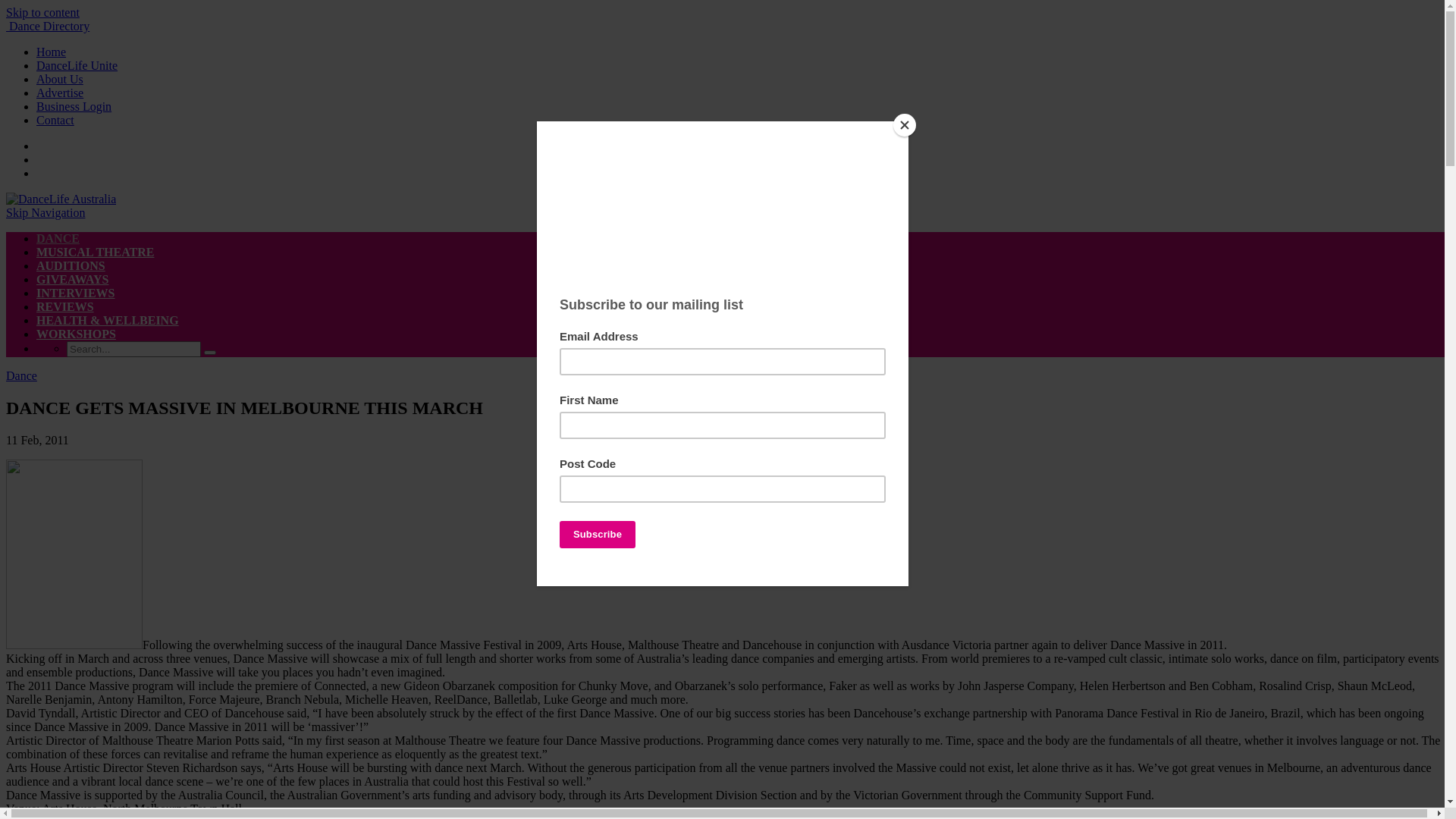  I want to click on 'Business Login', so click(73, 105).